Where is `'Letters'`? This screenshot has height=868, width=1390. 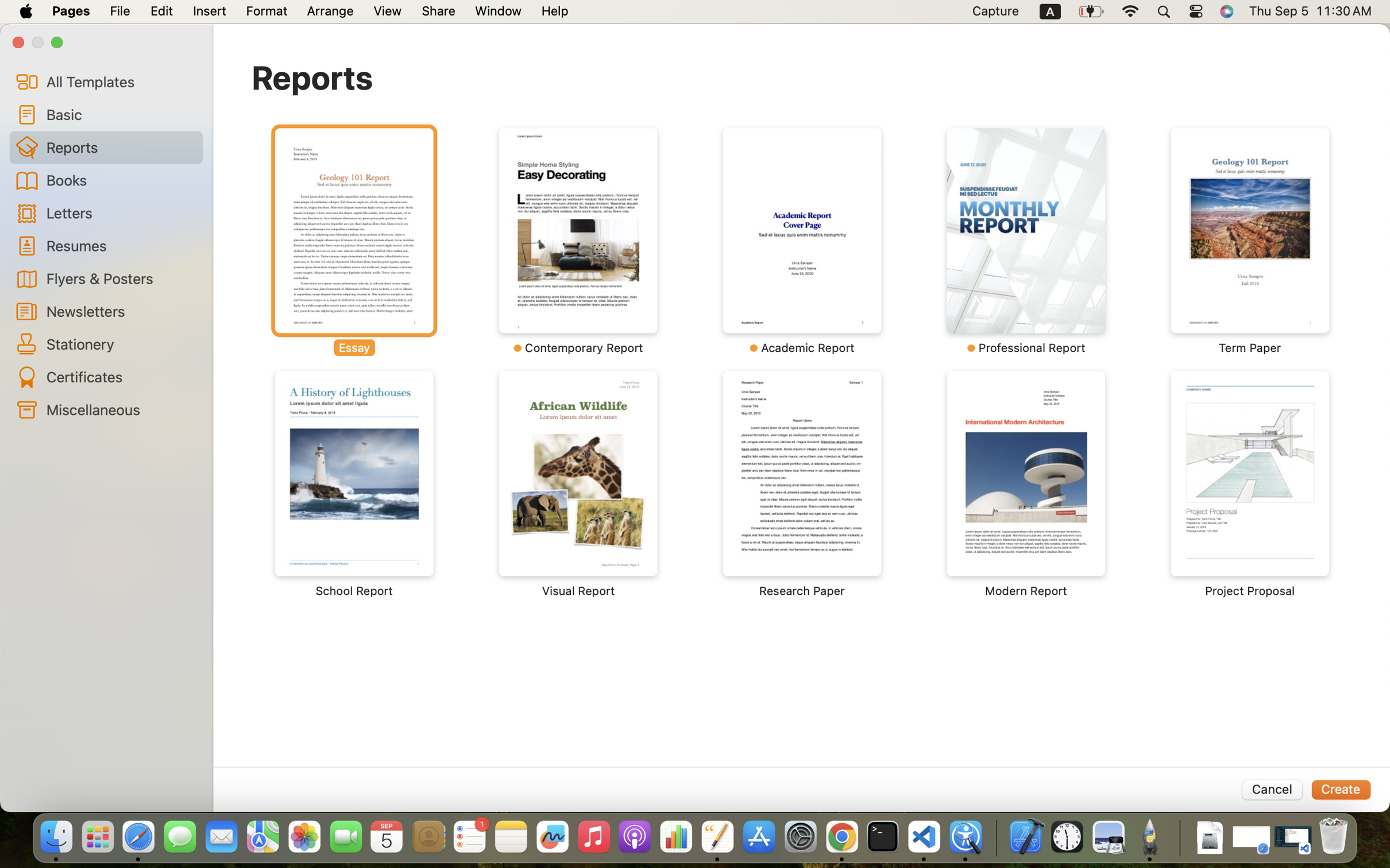
'Letters' is located at coordinates (119, 212).